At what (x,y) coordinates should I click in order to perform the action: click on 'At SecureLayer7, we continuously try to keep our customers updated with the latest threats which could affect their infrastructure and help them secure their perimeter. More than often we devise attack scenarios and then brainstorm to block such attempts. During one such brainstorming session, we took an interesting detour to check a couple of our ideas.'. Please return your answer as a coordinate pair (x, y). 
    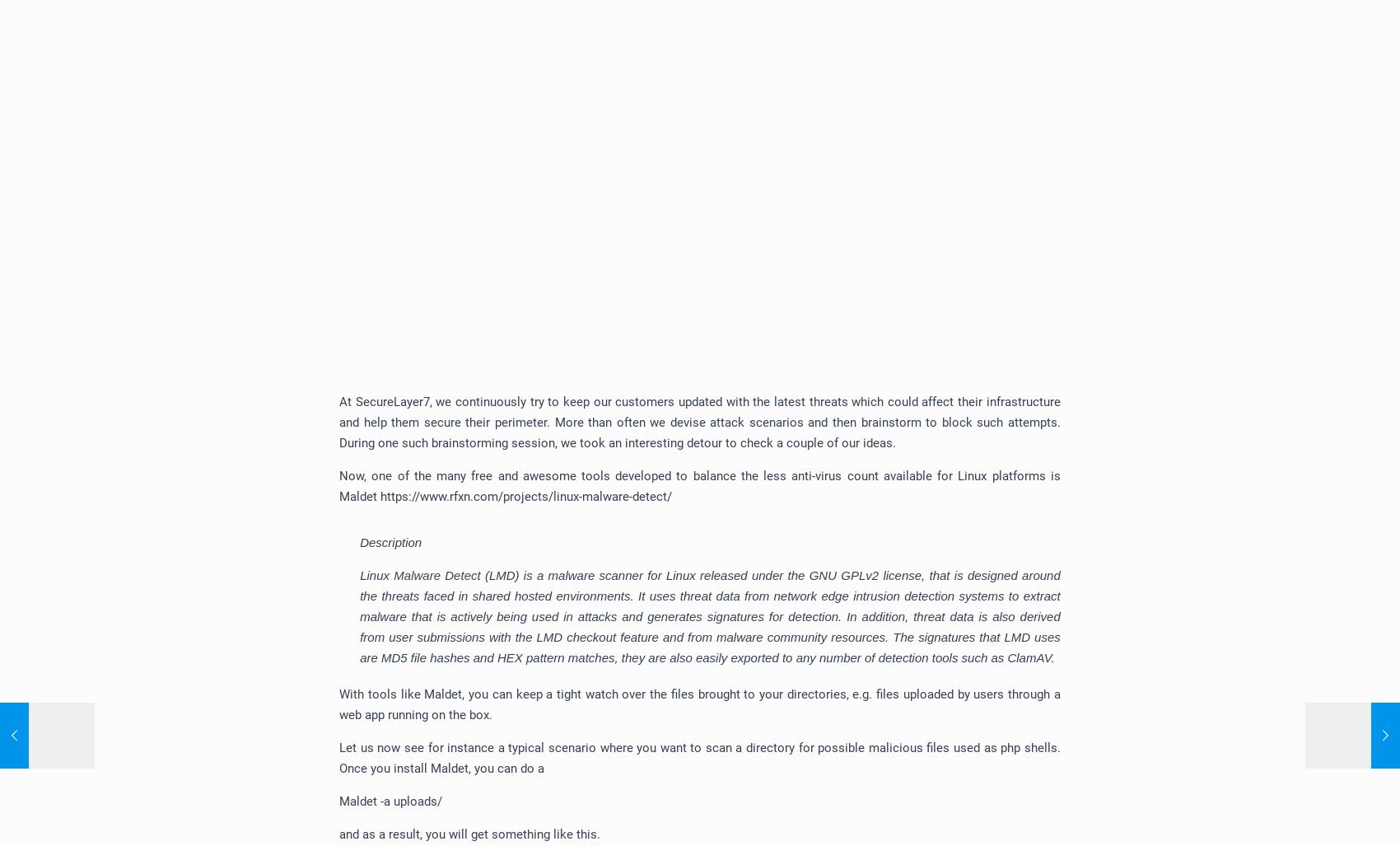
    Looking at the image, I should click on (338, 422).